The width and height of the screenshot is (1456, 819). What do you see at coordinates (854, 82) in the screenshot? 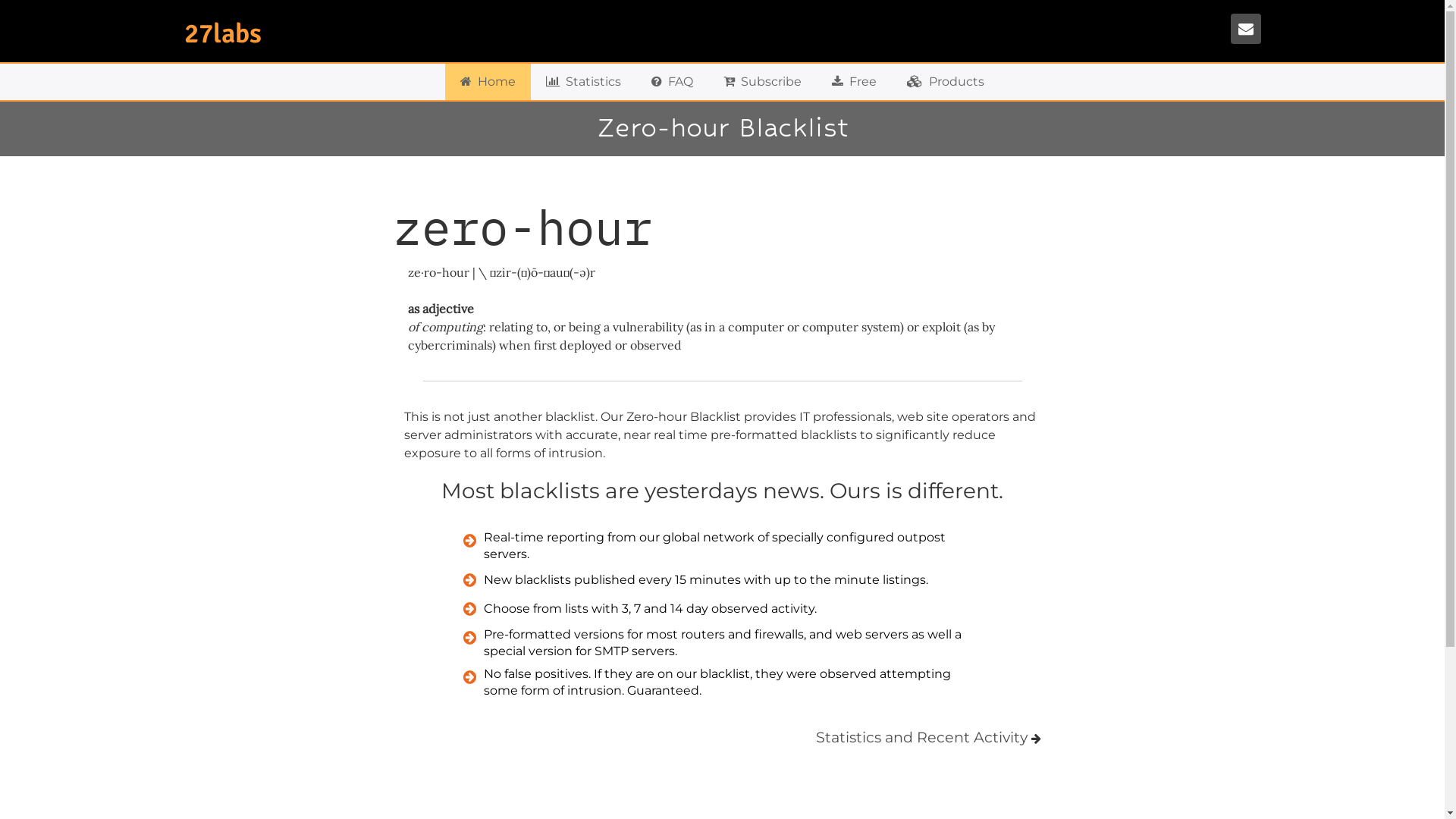
I see `'Free'` at bounding box center [854, 82].